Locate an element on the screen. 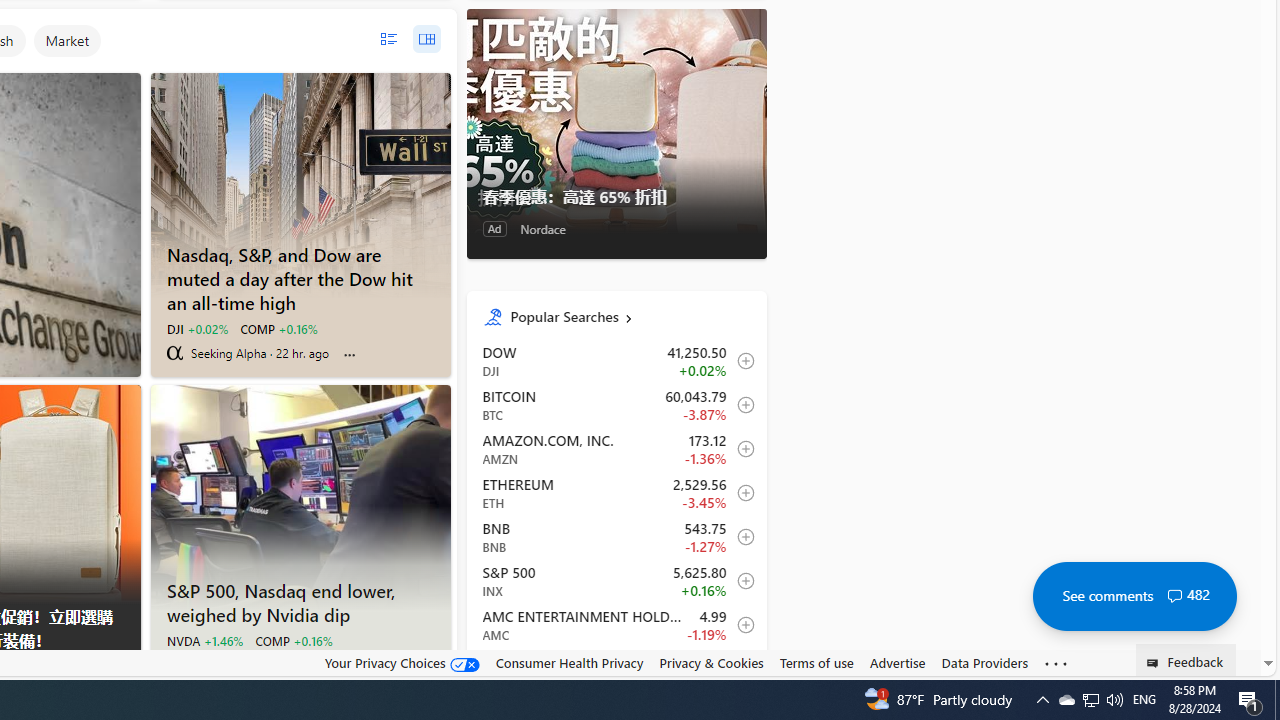 Image resolution: width=1280 pixels, height=720 pixels. 'Privacy & Cookies' is located at coordinates (711, 662).